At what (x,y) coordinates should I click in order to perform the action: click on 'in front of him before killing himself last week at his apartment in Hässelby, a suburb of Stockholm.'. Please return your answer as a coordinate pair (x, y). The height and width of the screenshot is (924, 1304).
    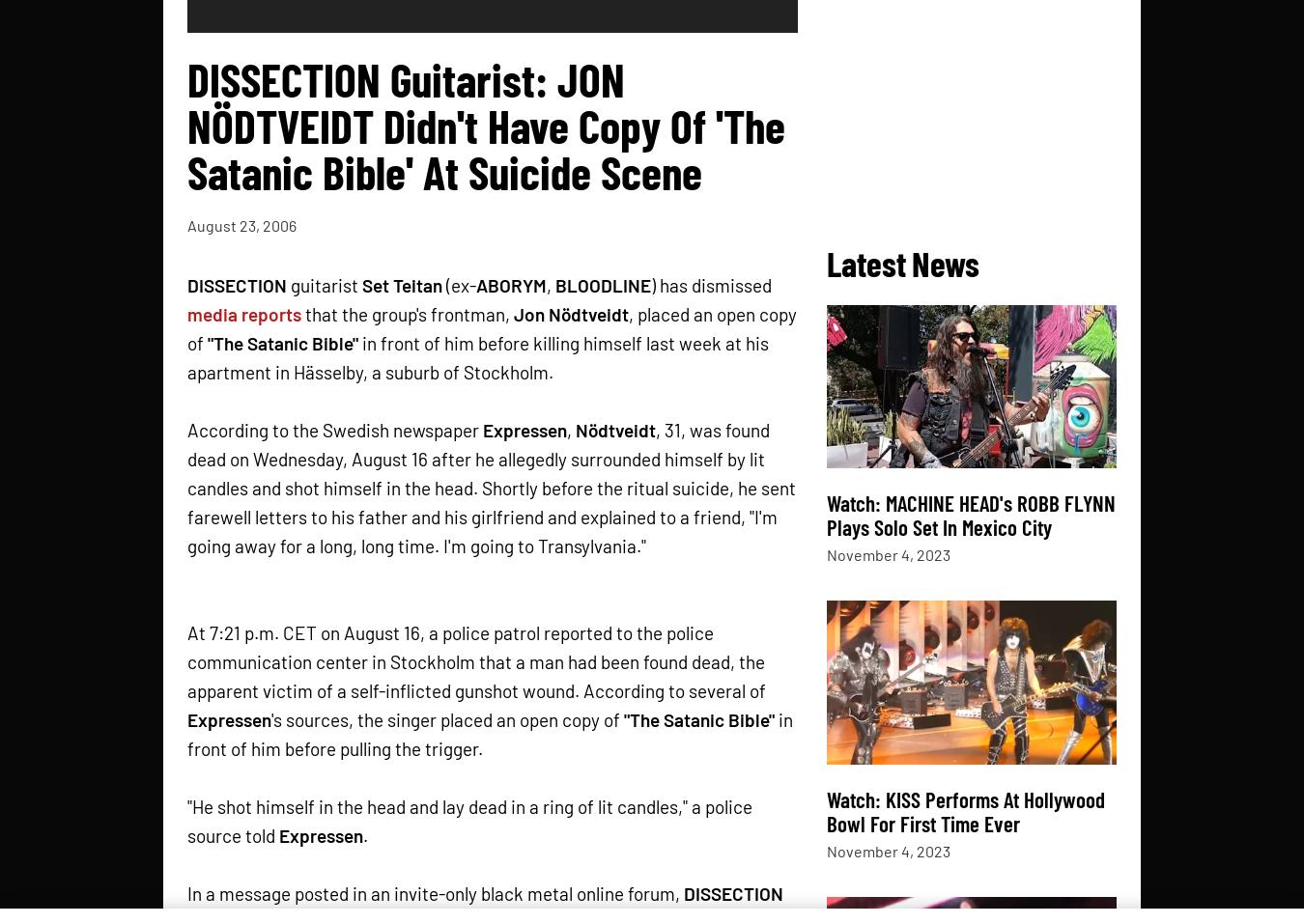
    Looking at the image, I should click on (477, 356).